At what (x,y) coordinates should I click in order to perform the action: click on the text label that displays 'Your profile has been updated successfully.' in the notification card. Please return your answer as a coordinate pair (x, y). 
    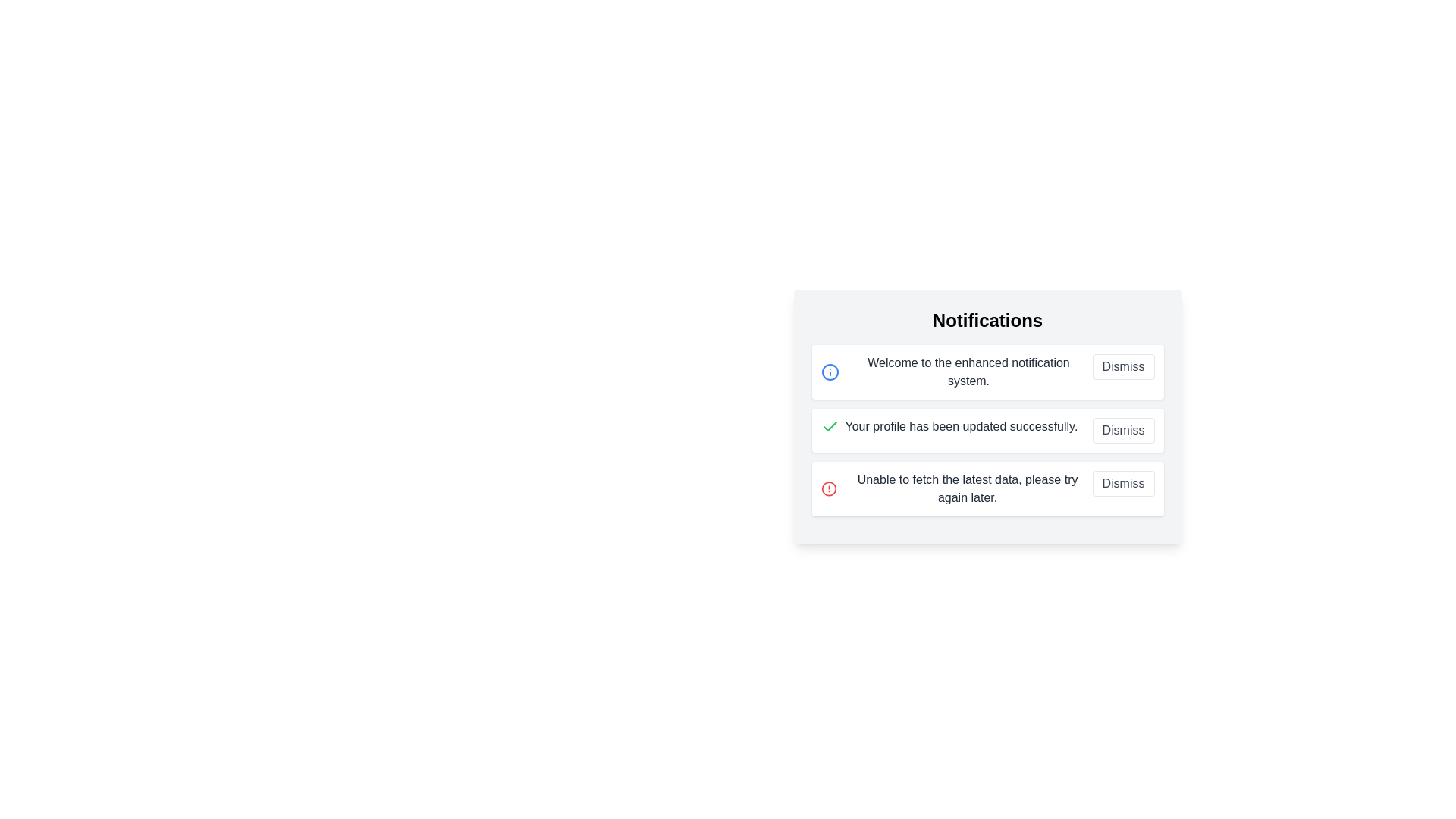
    Looking at the image, I should click on (960, 427).